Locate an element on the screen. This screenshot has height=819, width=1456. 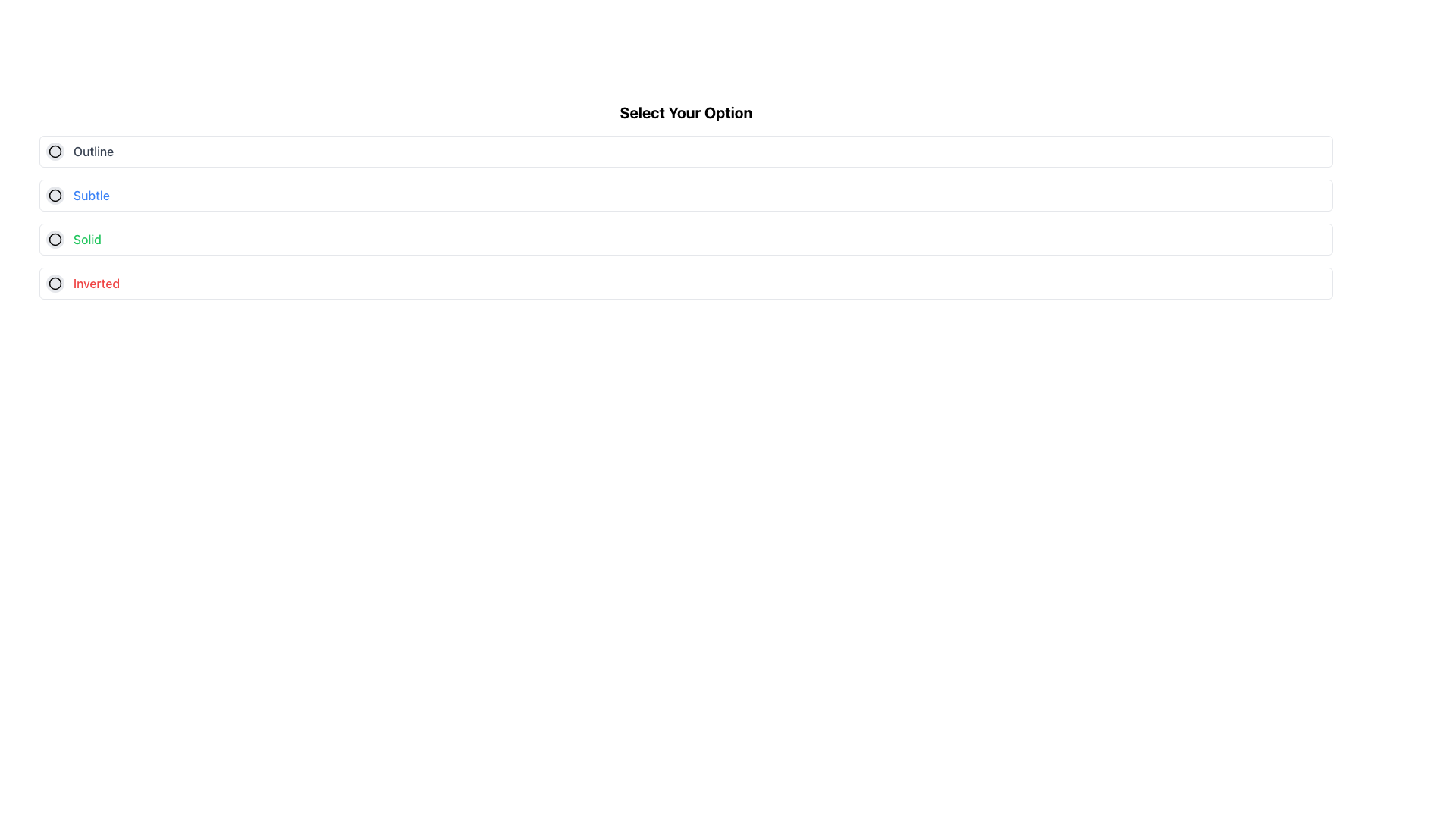
the SVG circle icon representing the selection state of the 'Solid' option in the radio button list is located at coordinates (55, 239).